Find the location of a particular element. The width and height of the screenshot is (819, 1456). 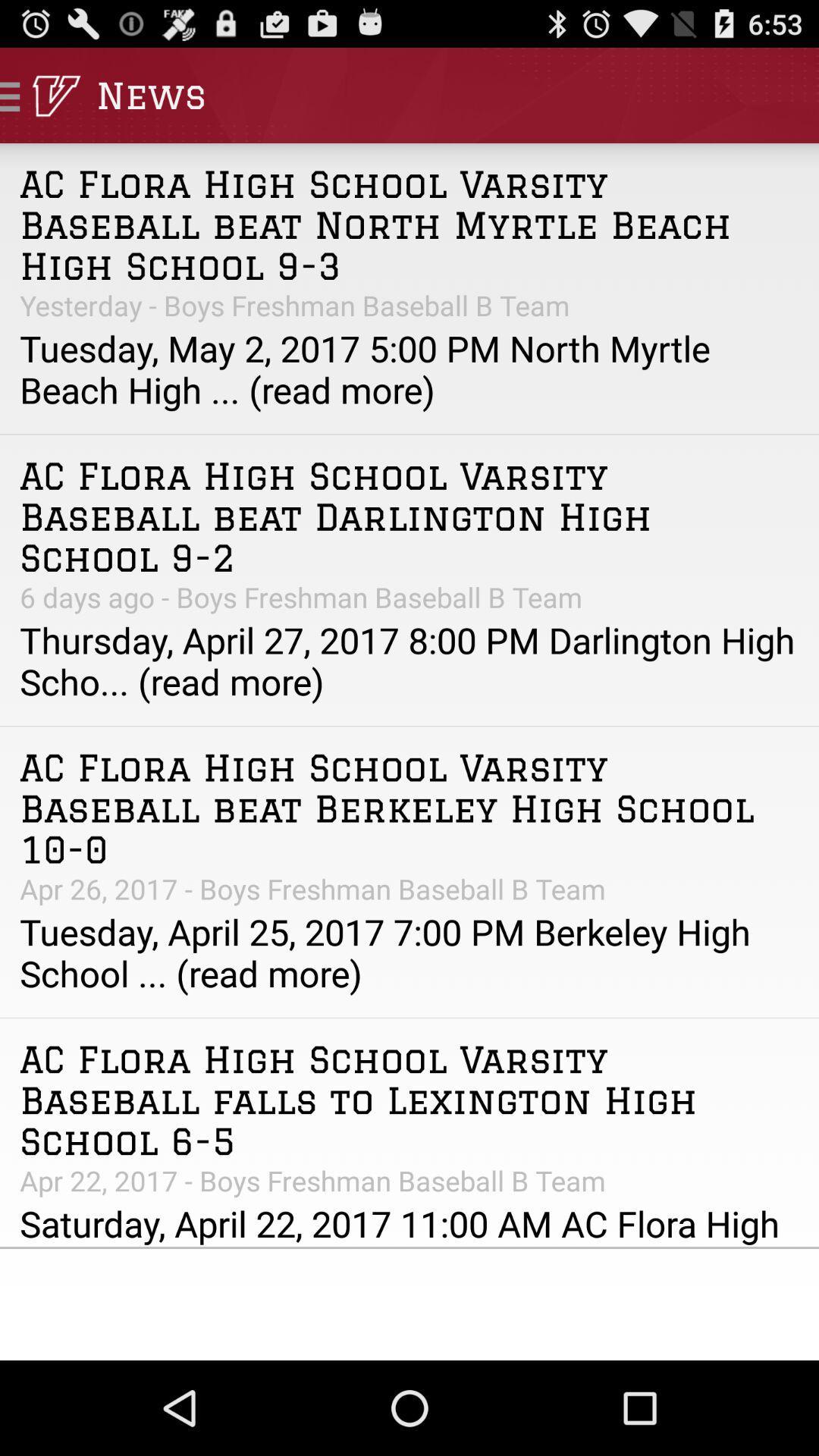

6 days ago app is located at coordinates (409, 596).